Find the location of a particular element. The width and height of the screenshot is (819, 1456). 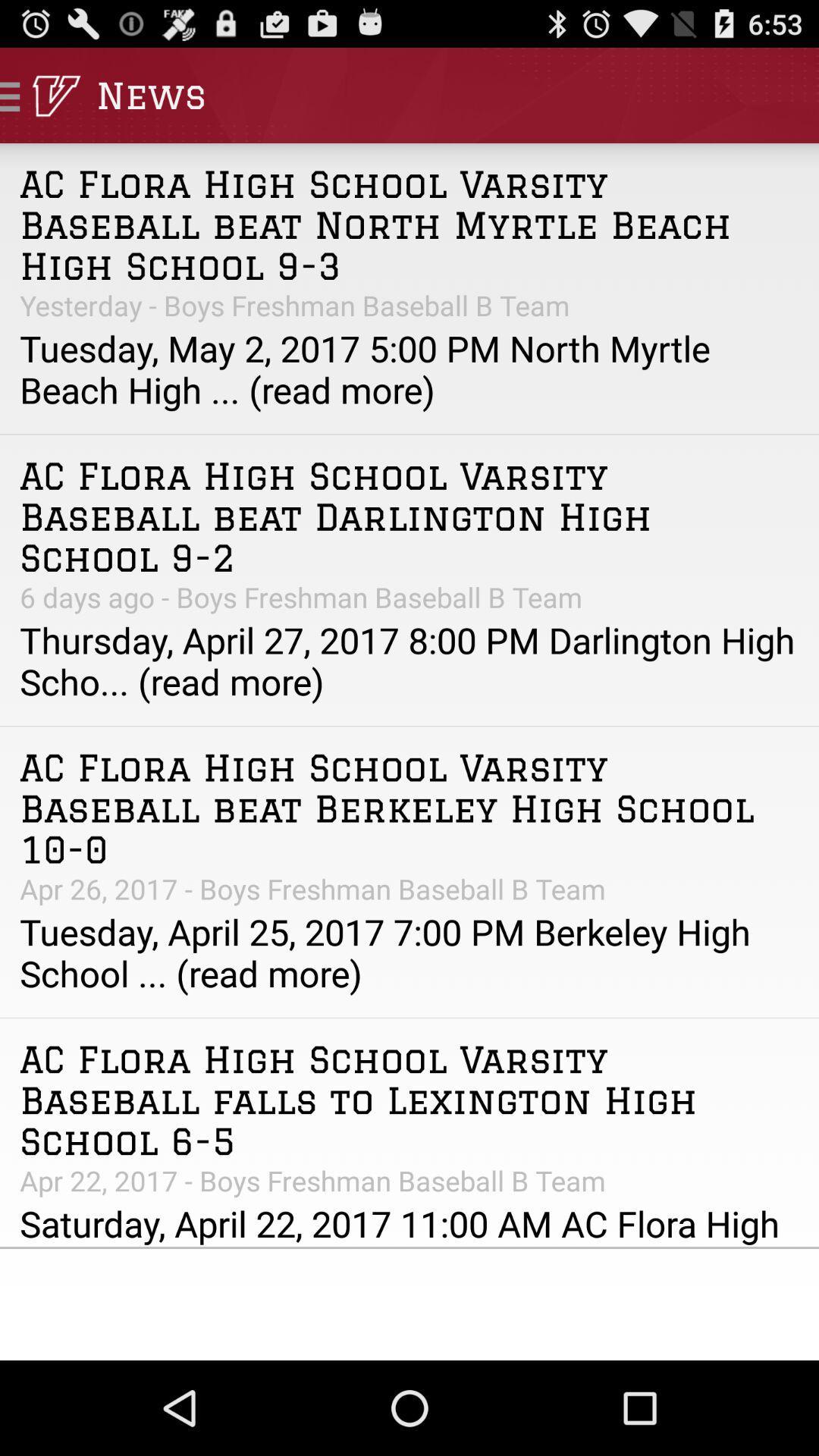

6 days ago app is located at coordinates (409, 596).